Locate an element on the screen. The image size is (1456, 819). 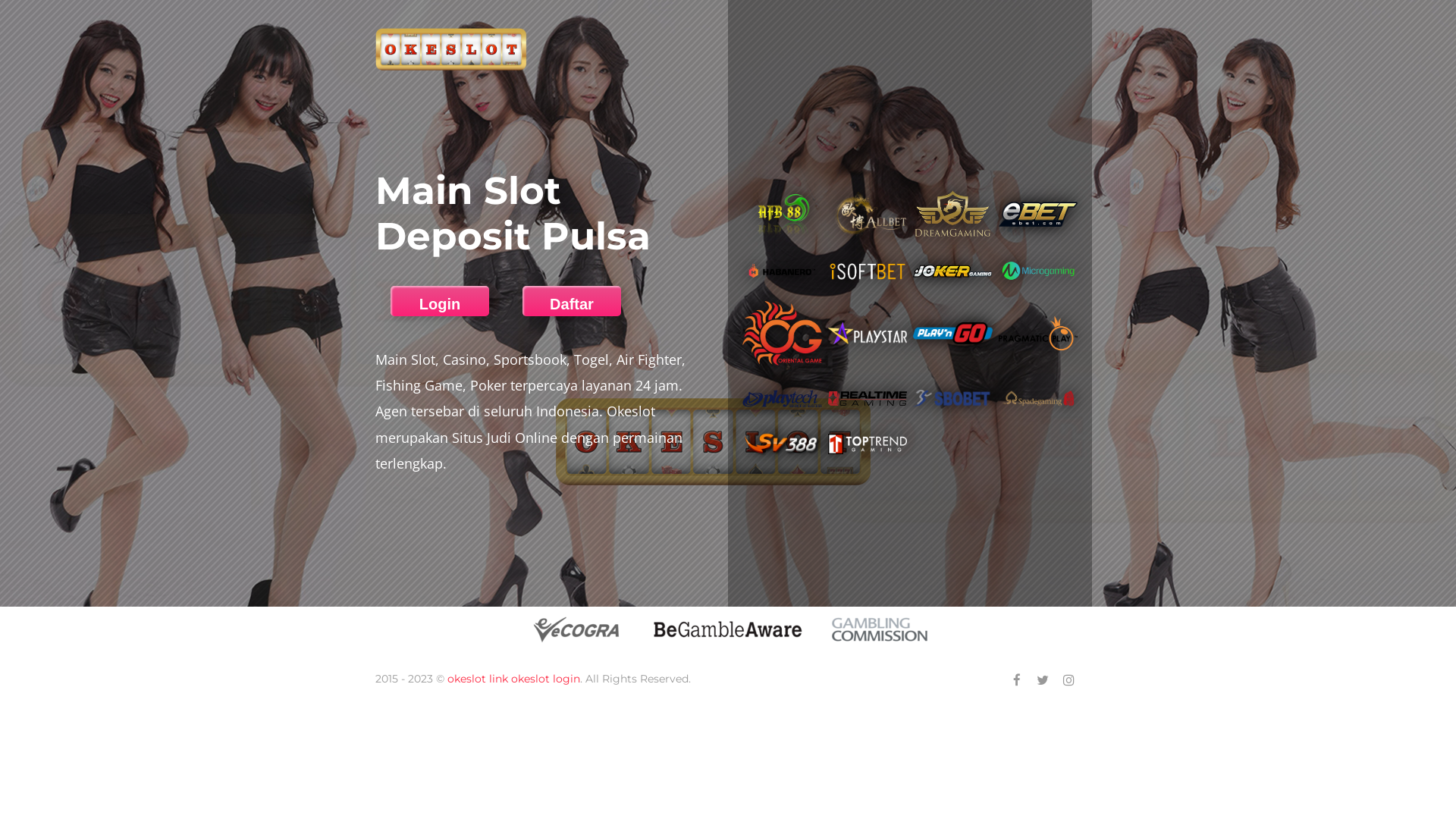
'okeslot link' is located at coordinates (476, 677).